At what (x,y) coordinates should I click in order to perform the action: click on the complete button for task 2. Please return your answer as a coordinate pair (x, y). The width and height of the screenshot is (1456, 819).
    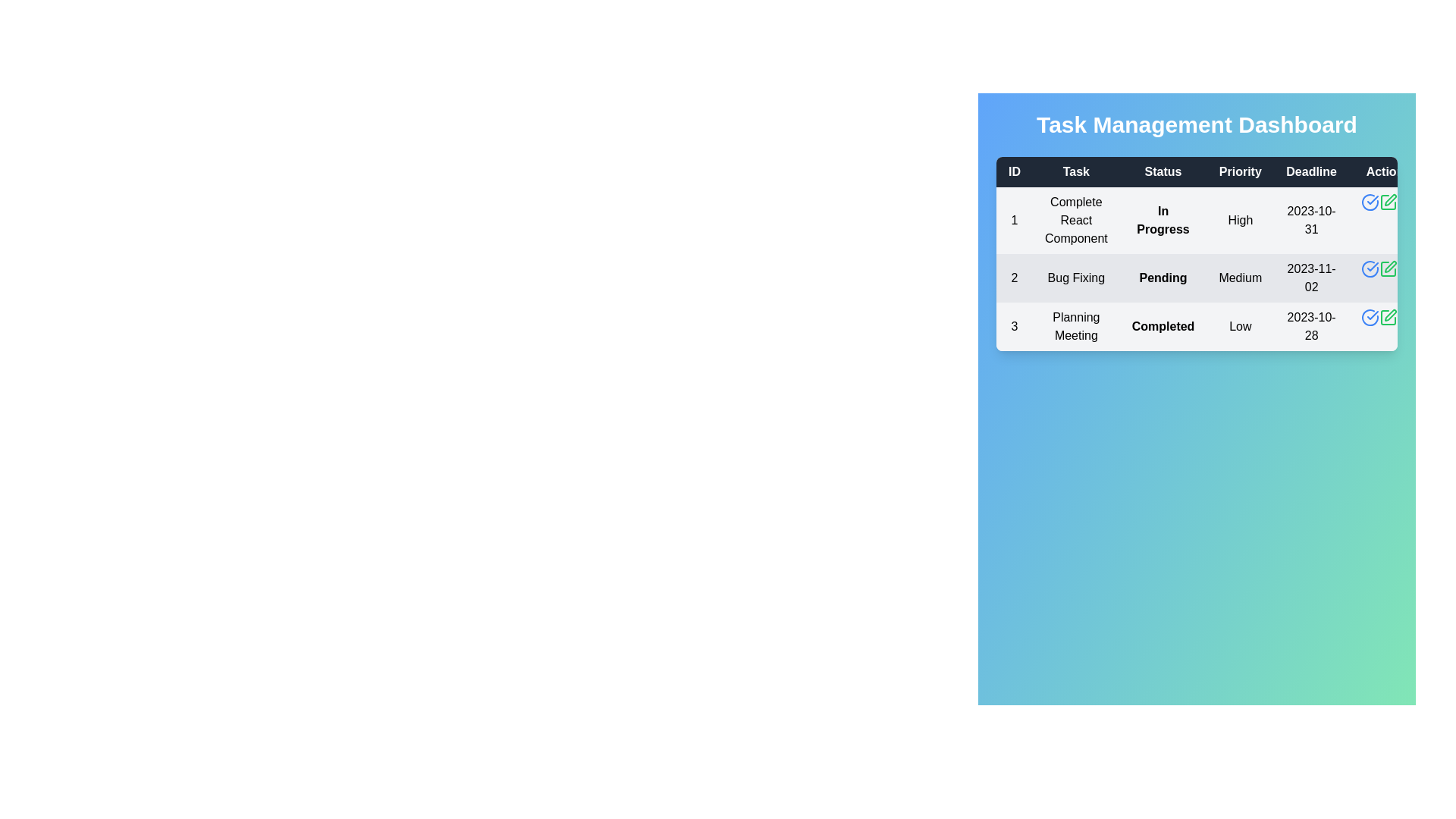
    Looking at the image, I should click on (1369, 268).